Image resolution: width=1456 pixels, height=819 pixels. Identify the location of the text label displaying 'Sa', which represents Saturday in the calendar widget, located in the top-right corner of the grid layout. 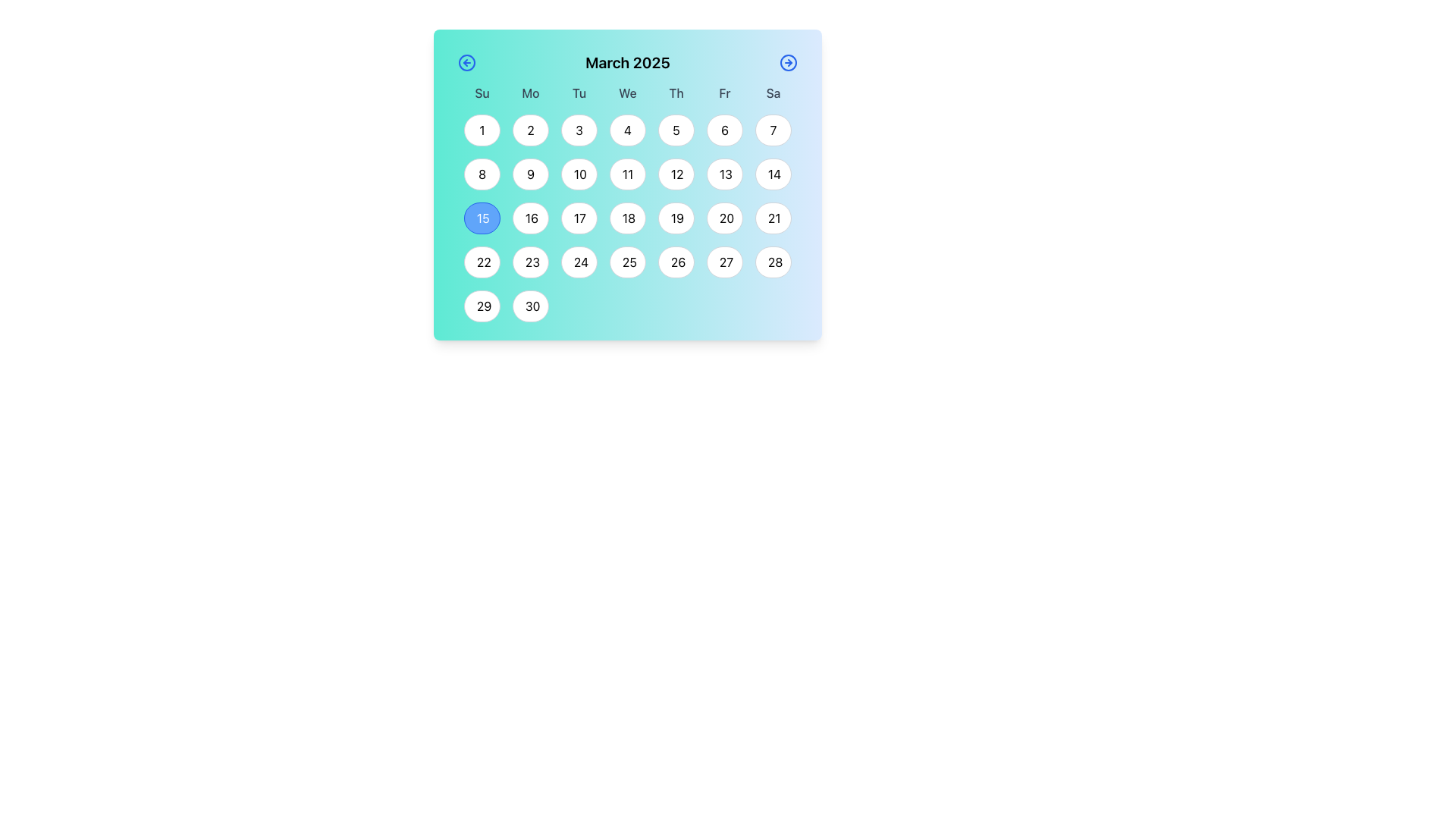
(773, 93).